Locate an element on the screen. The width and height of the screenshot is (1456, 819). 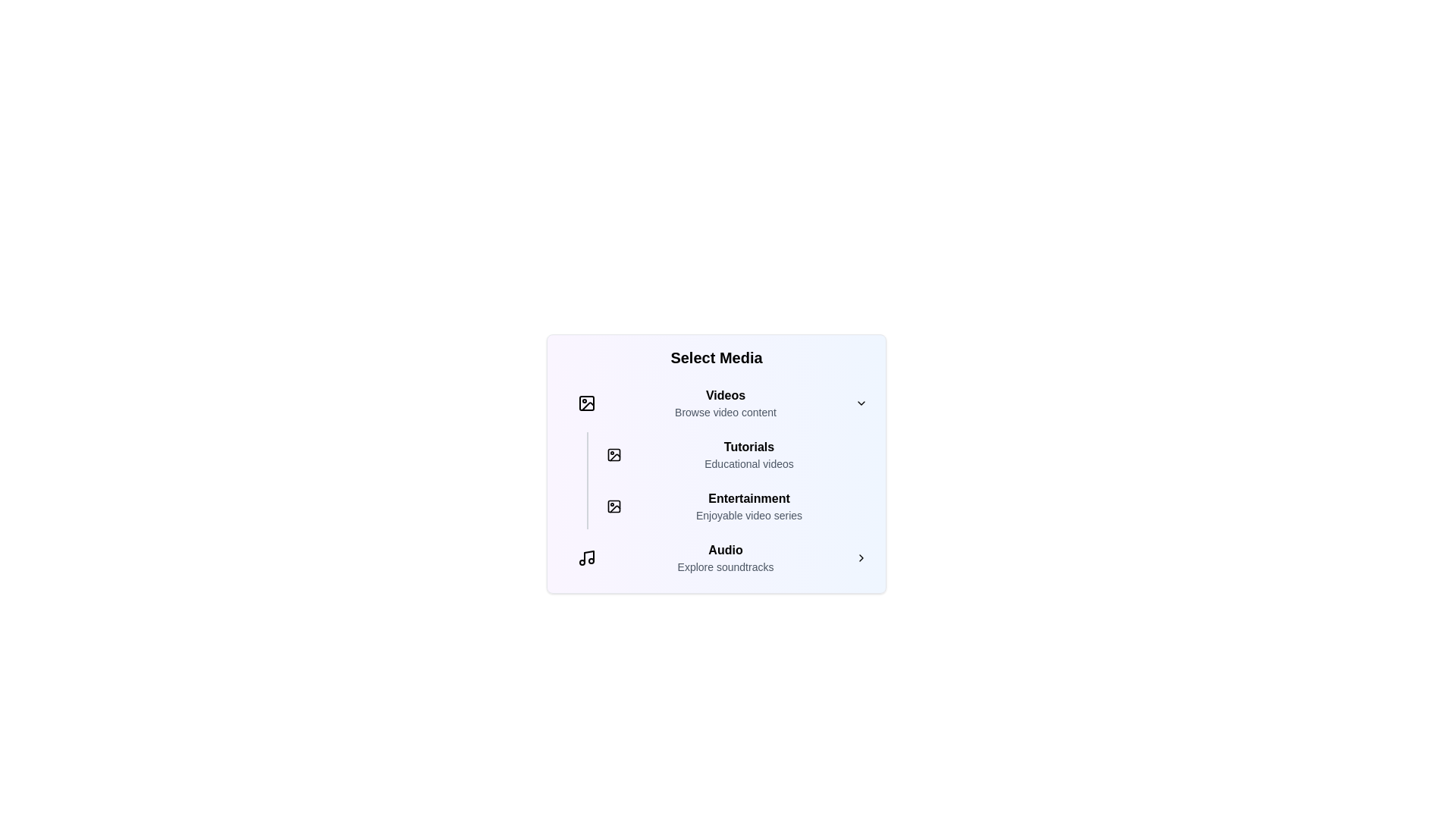
the 'Tutorials' category option, which is the second entry in the list under 'Select Media', located between 'Videos' and 'Entertainment' is located at coordinates (722, 454).